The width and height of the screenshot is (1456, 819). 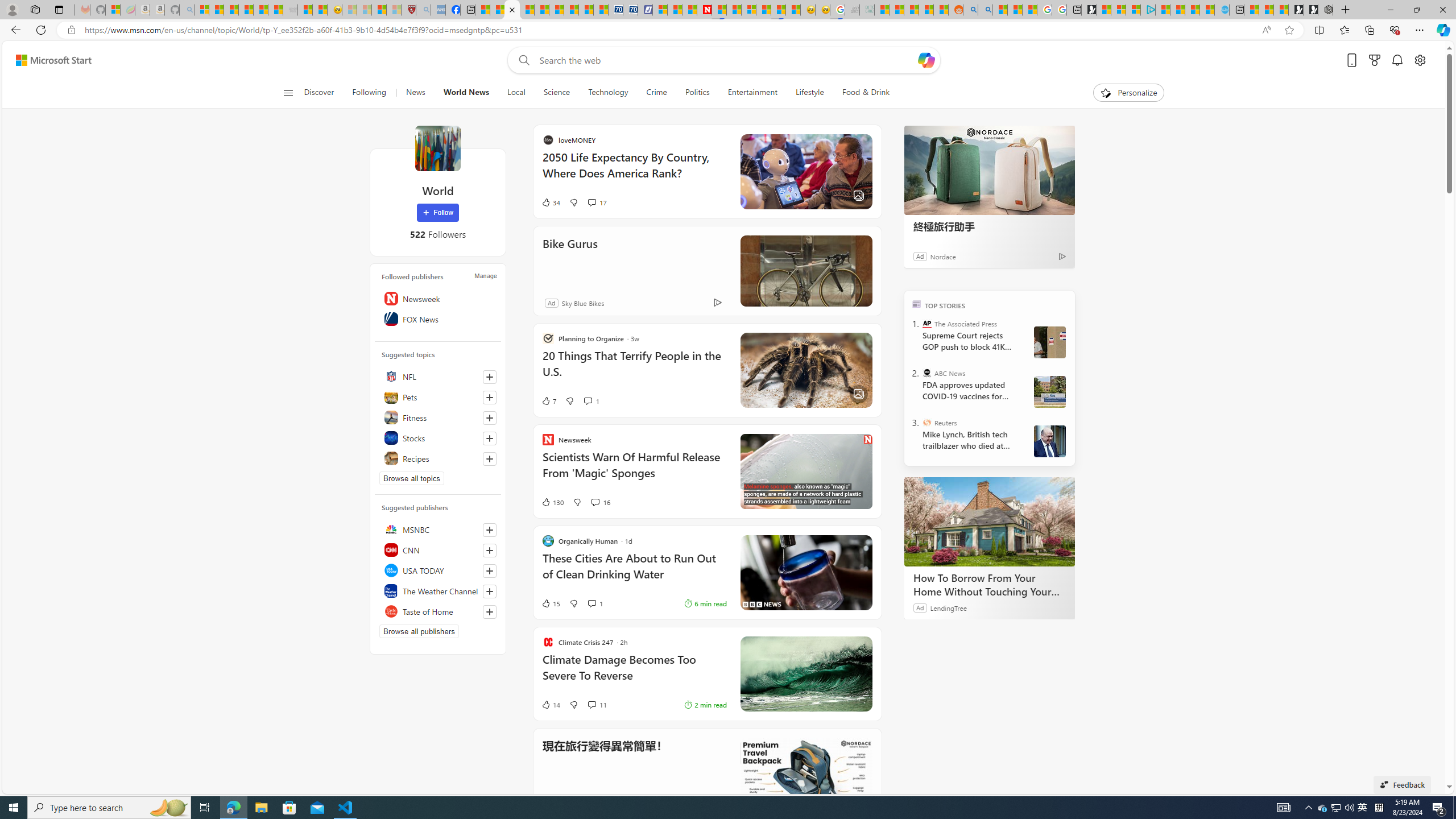 I want to click on 'Cheap Hotels - Save70.com', so click(x=630, y=9).